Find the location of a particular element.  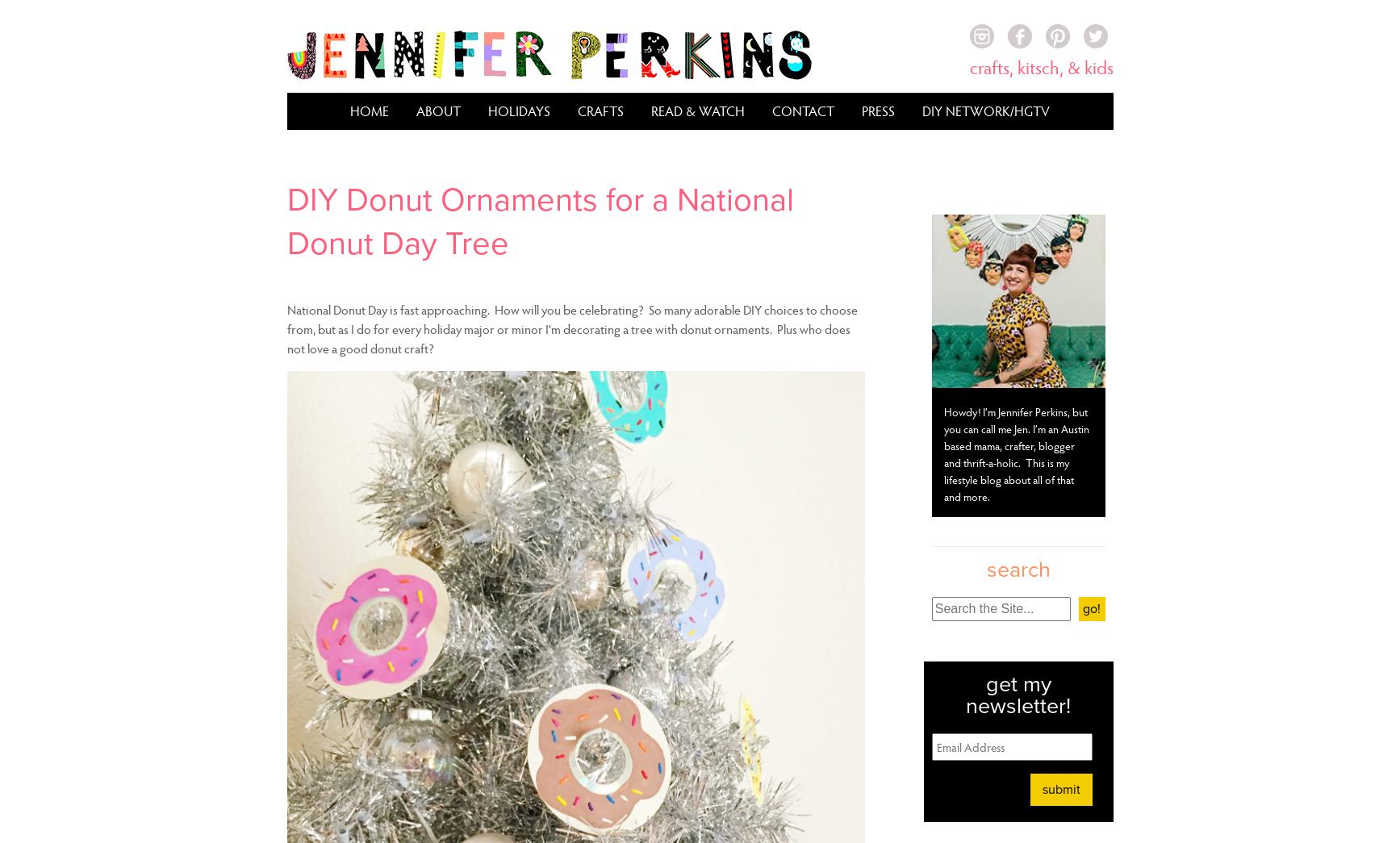

'About' is located at coordinates (416, 110).